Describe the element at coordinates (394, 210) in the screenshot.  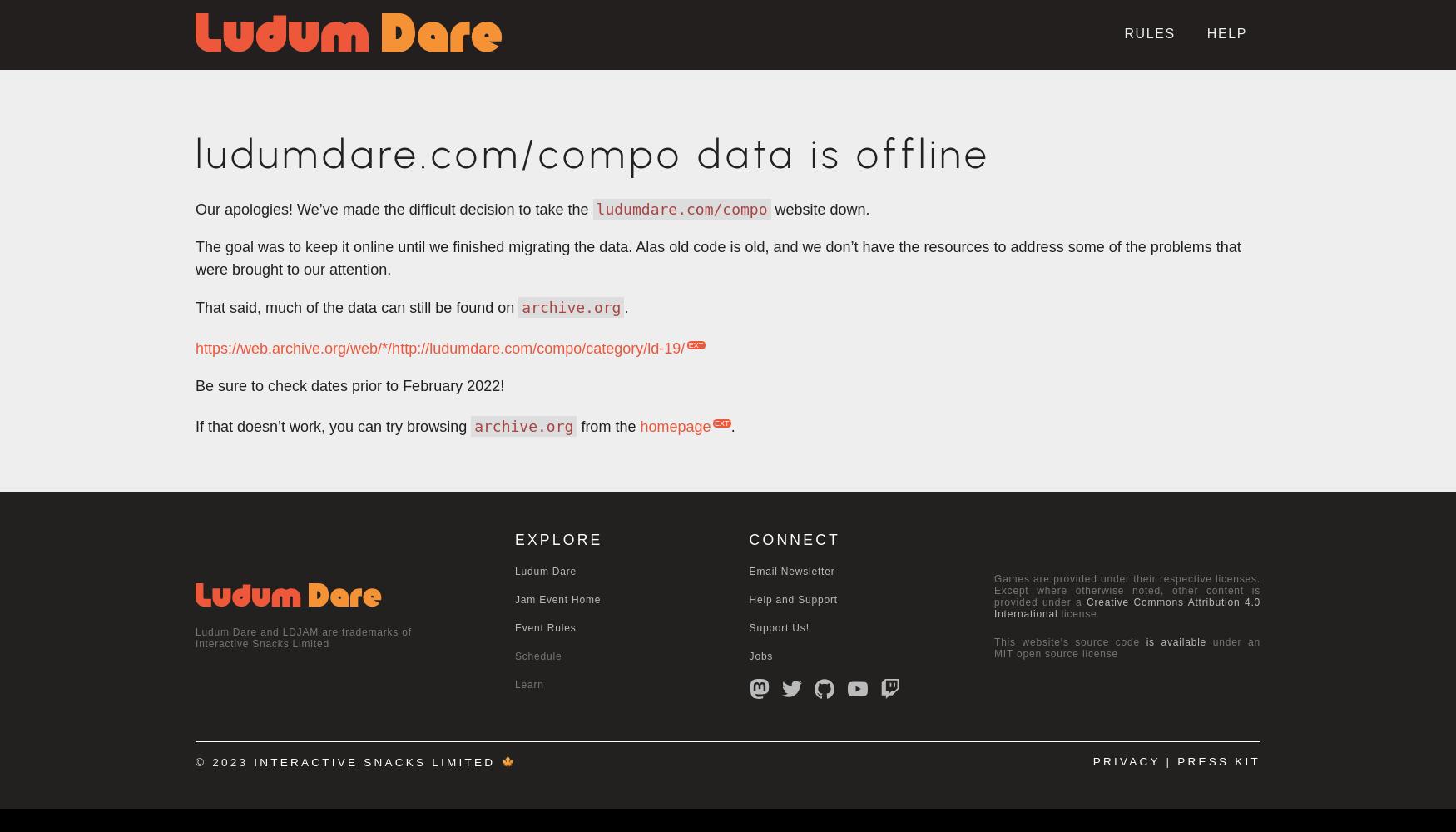
I see `'Our apologies! We’ve made the difficult decision to take the'` at that location.